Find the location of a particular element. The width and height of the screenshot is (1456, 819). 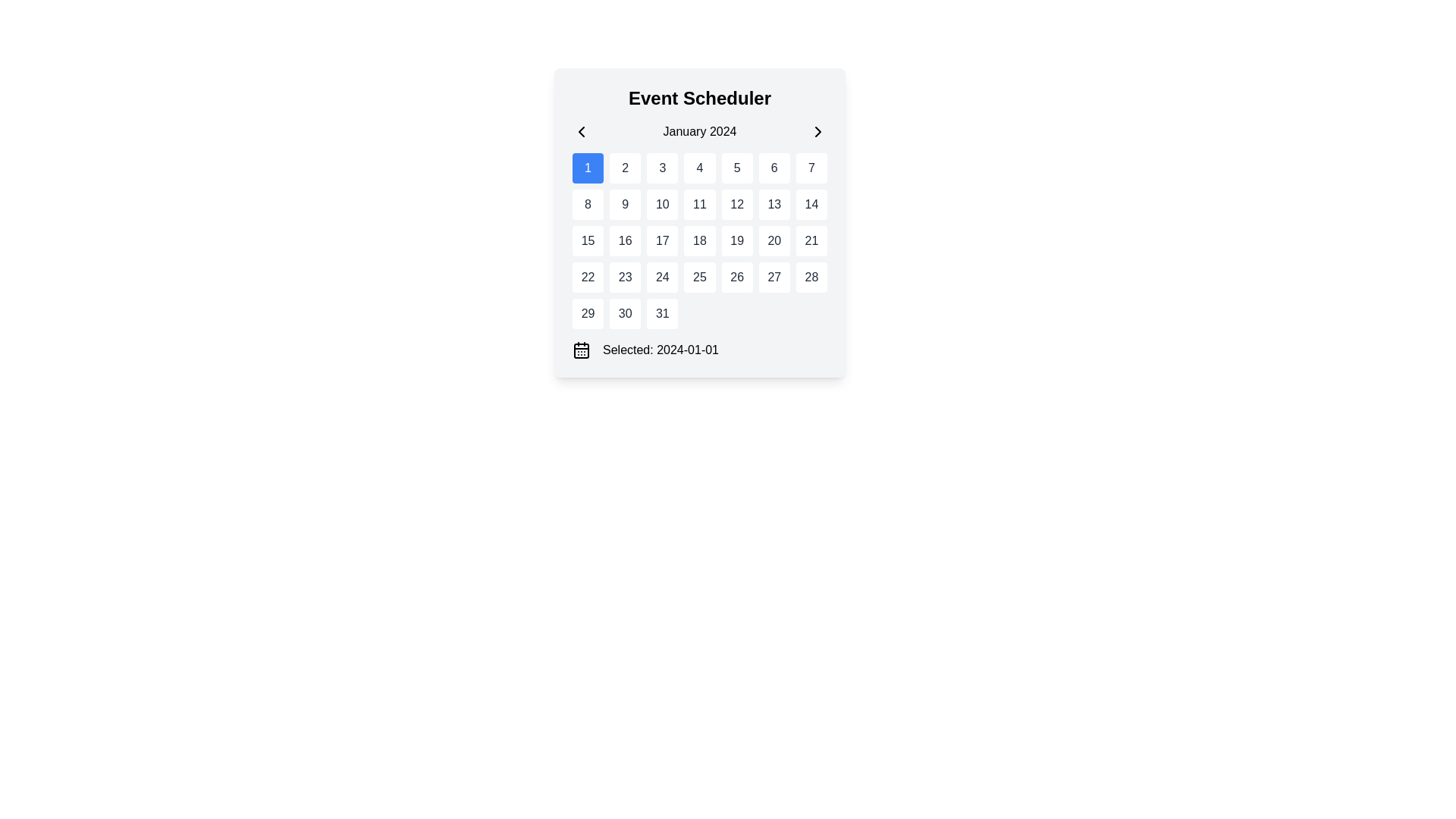

the button representing the fifth day of the displayed month in the date picker is located at coordinates (736, 168).